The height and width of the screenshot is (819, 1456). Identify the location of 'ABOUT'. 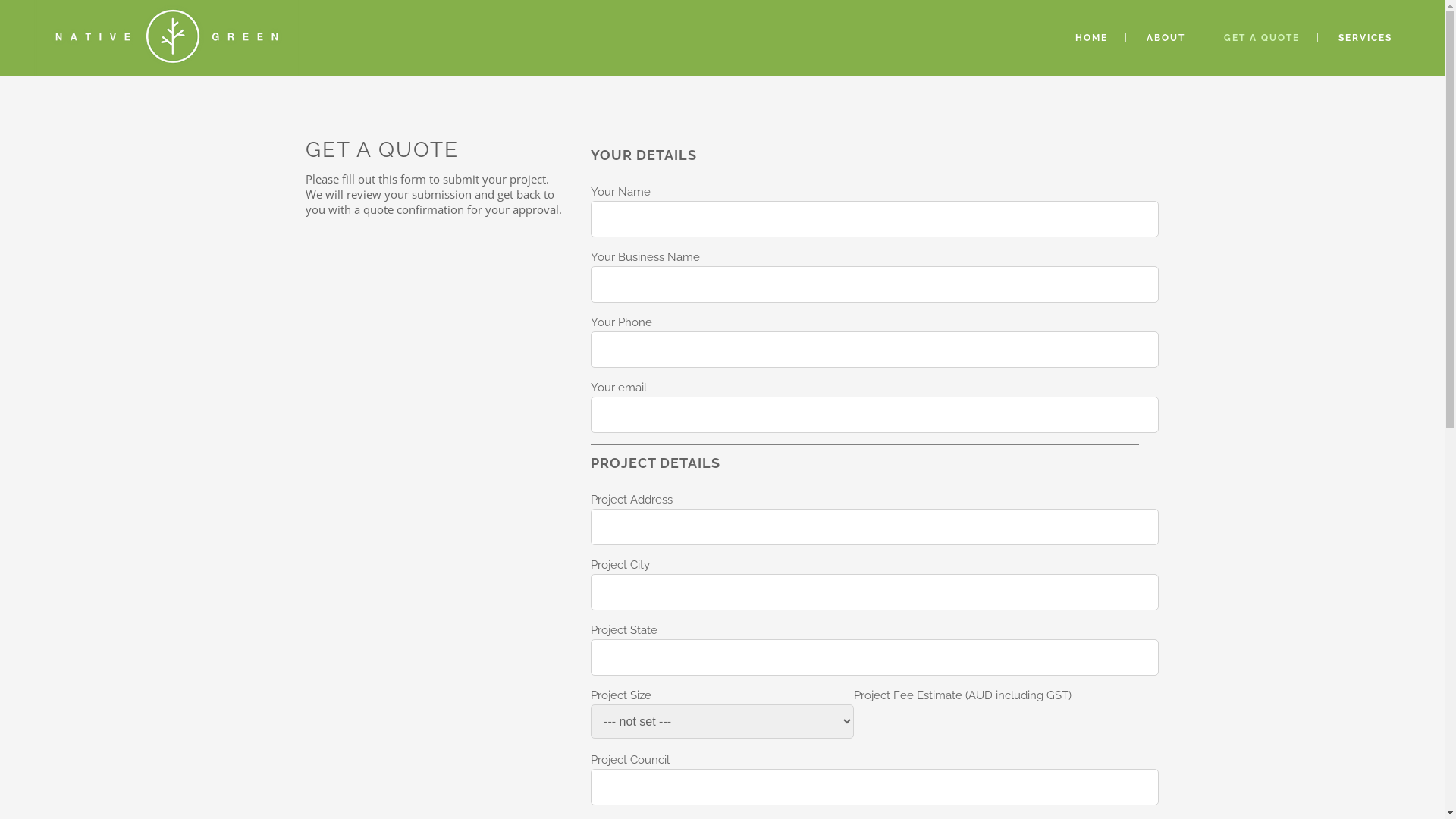
(1165, 37).